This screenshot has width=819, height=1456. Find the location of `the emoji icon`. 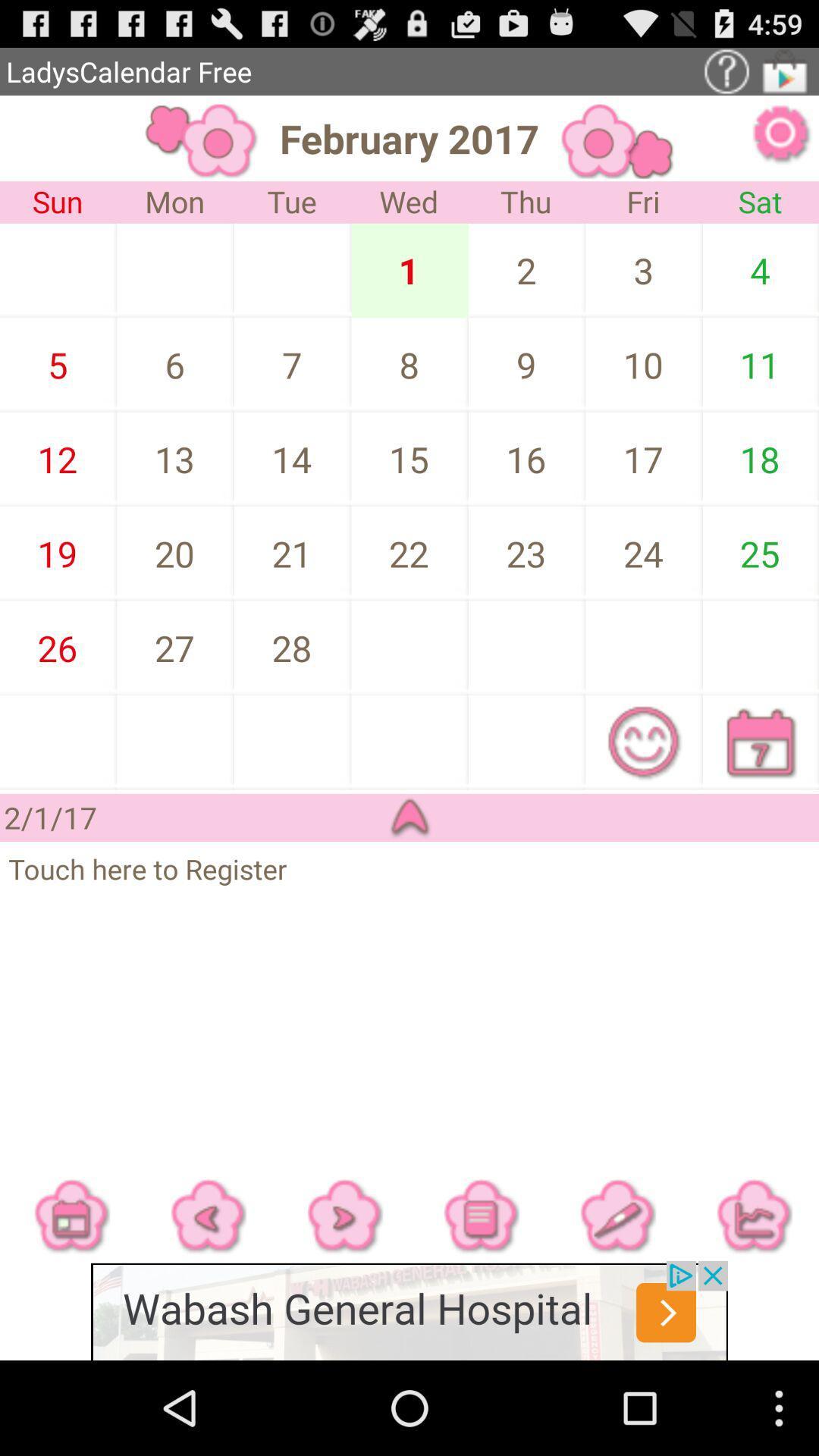

the emoji icon is located at coordinates (644, 794).